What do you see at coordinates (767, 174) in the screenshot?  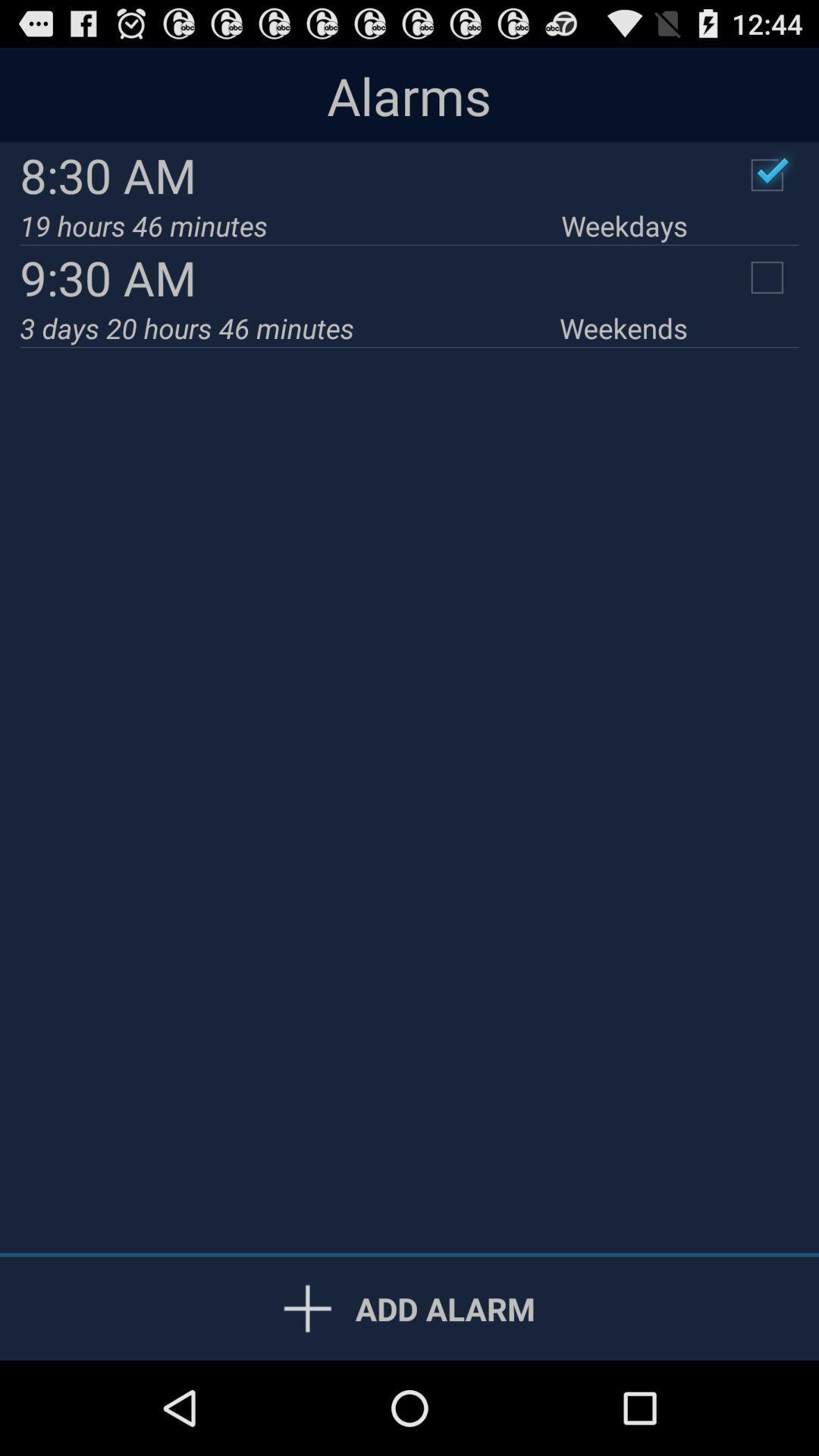 I see `complete the alarm` at bounding box center [767, 174].